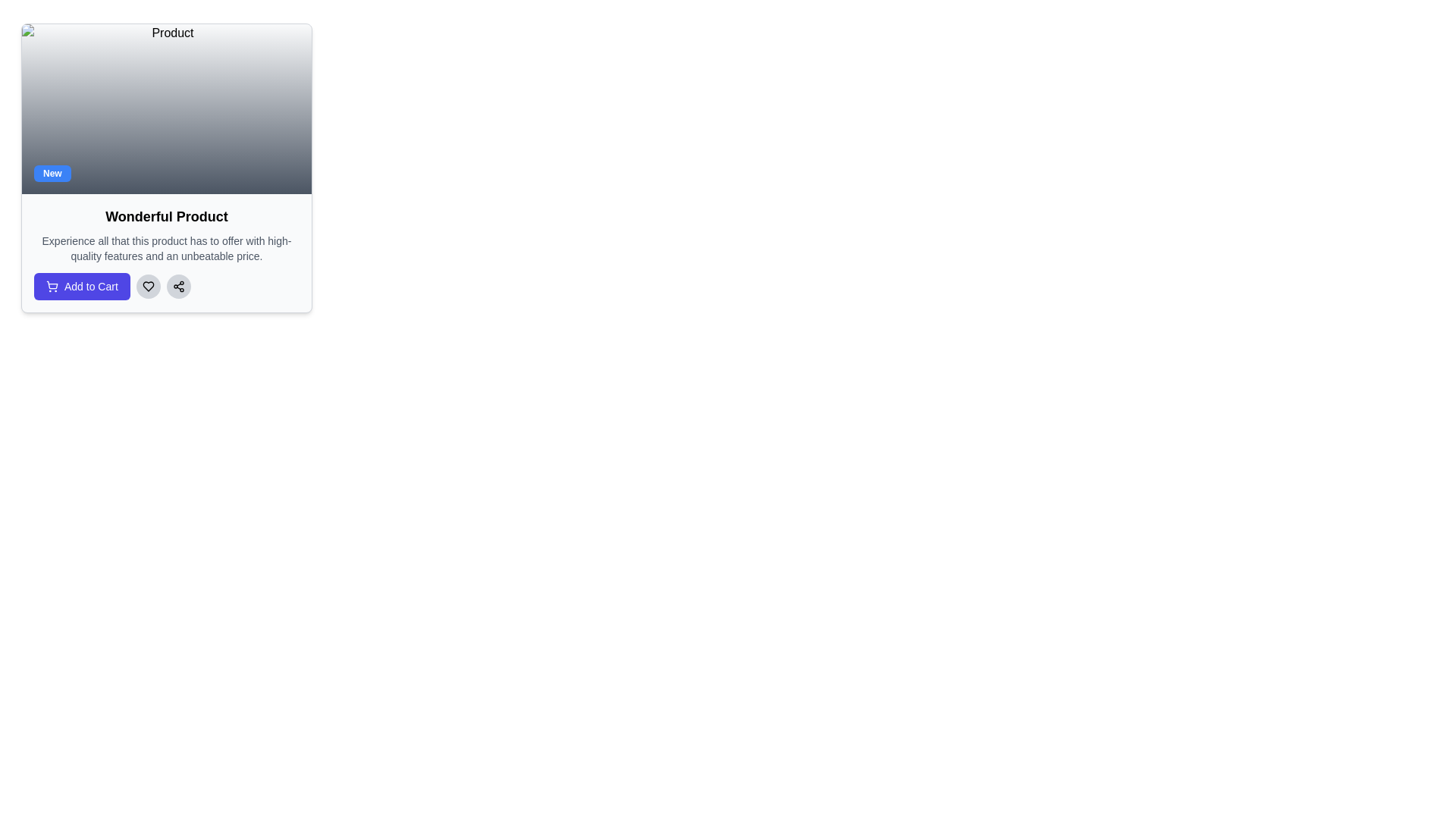 This screenshot has height=819, width=1456. Describe the element at coordinates (148, 287) in the screenshot. I see `the heart-shaped icon button, which is part of a circular button with a light gray background` at that location.